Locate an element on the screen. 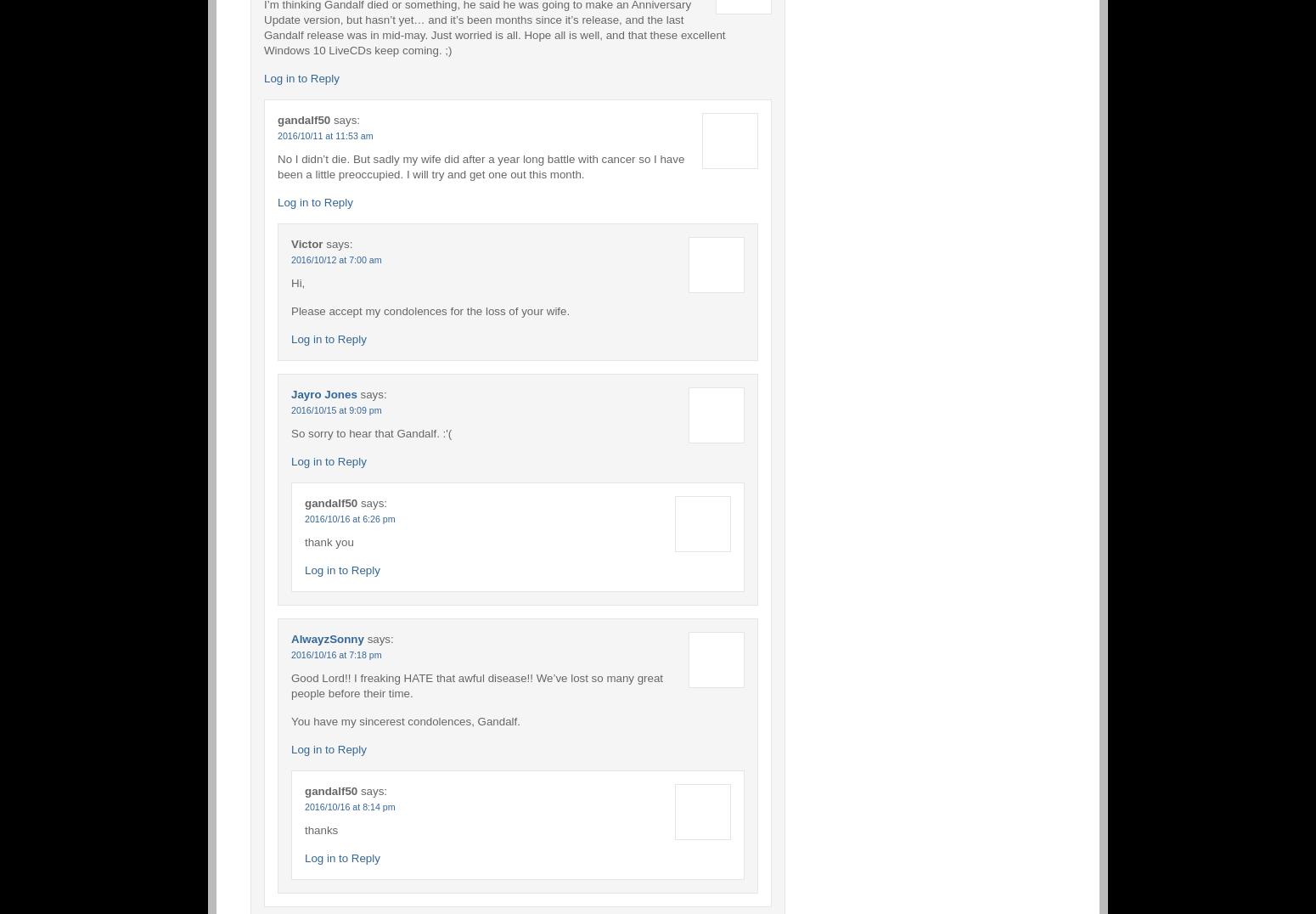  'thank you' is located at coordinates (328, 540).